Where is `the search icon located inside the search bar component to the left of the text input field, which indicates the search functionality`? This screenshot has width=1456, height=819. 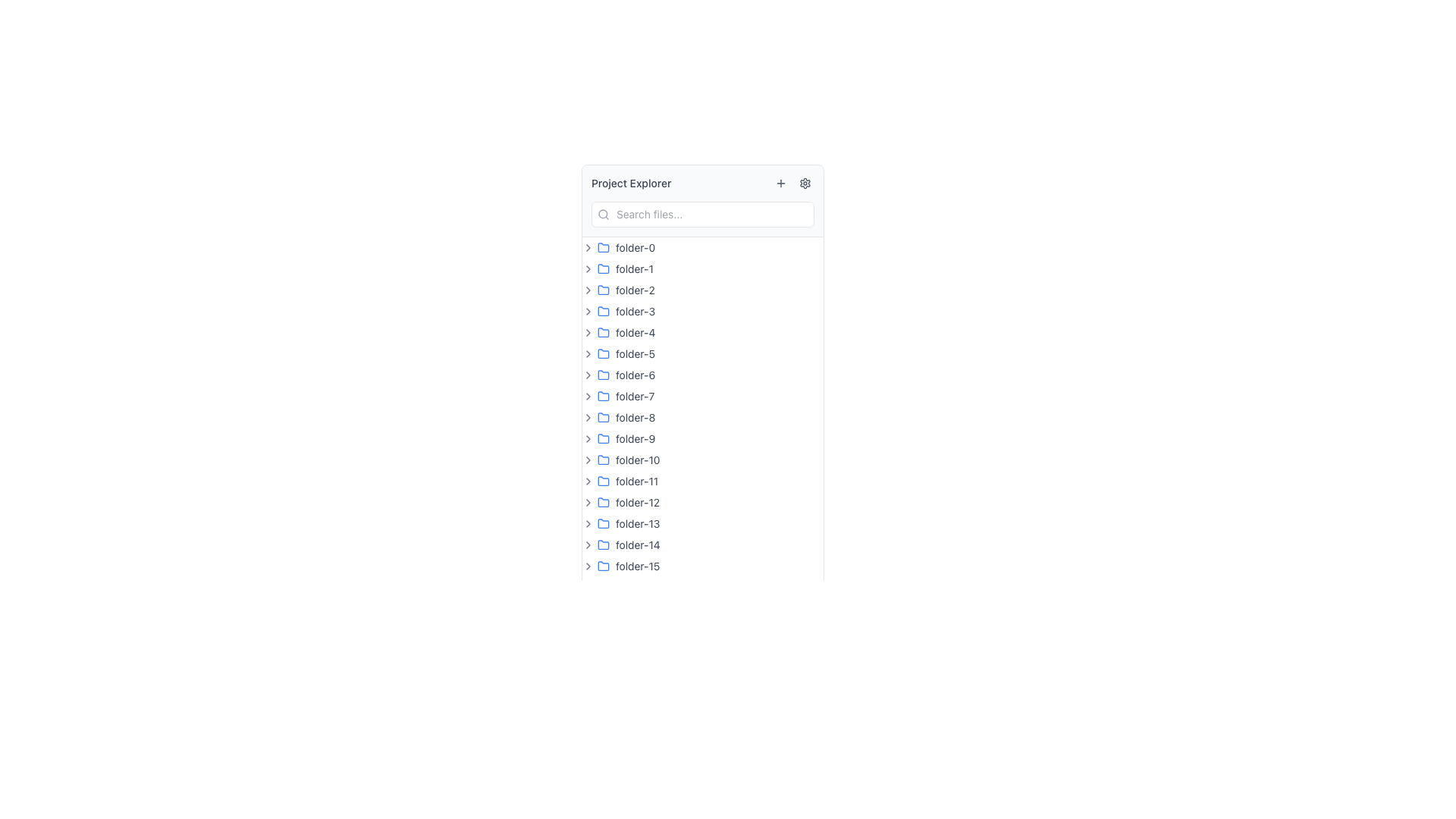 the search icon located inside the search bar component to the left of the text input field, which indicates the search functionality is located at coordinates (603, 214).